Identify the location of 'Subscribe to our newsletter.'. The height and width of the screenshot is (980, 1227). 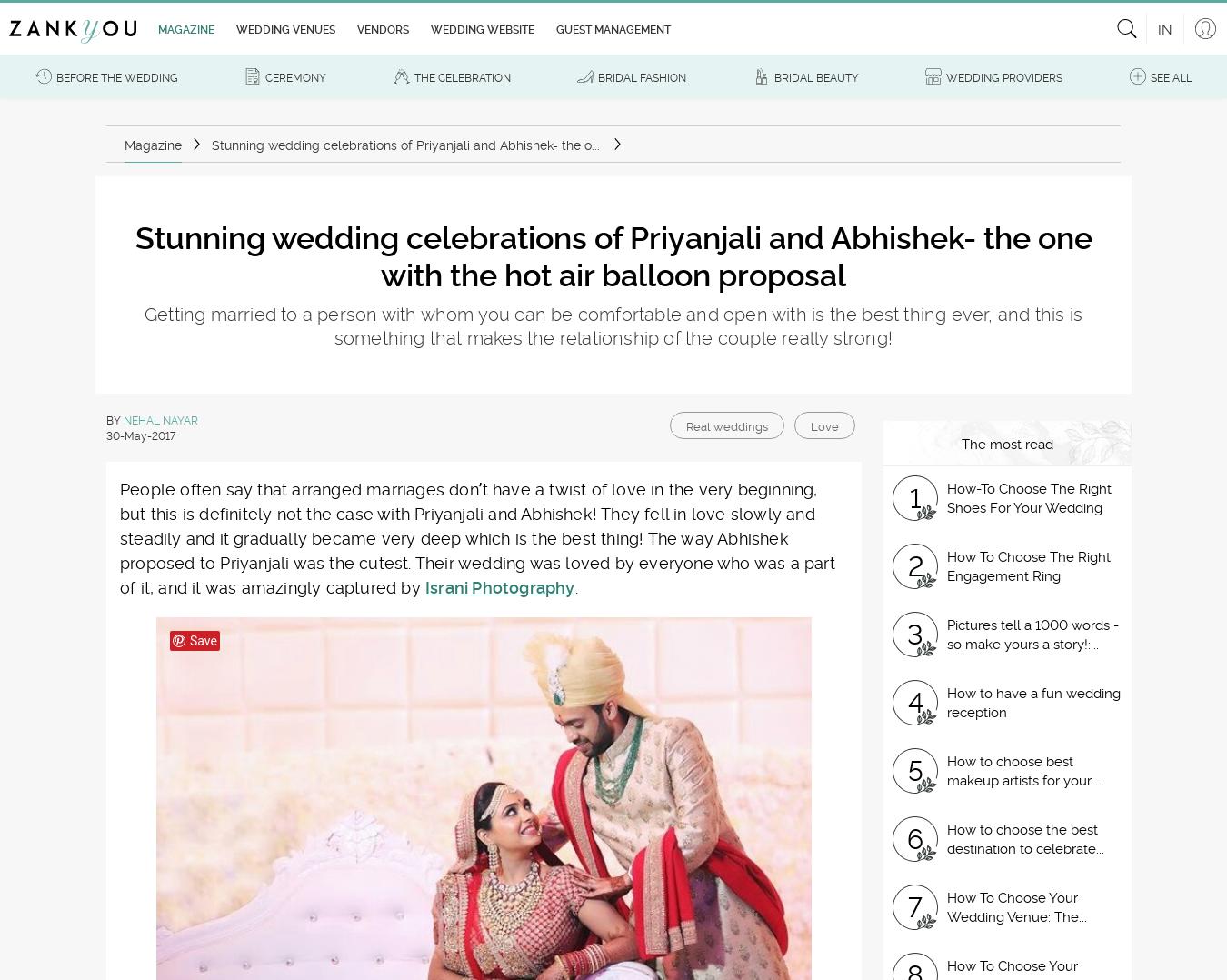
(483, 108).